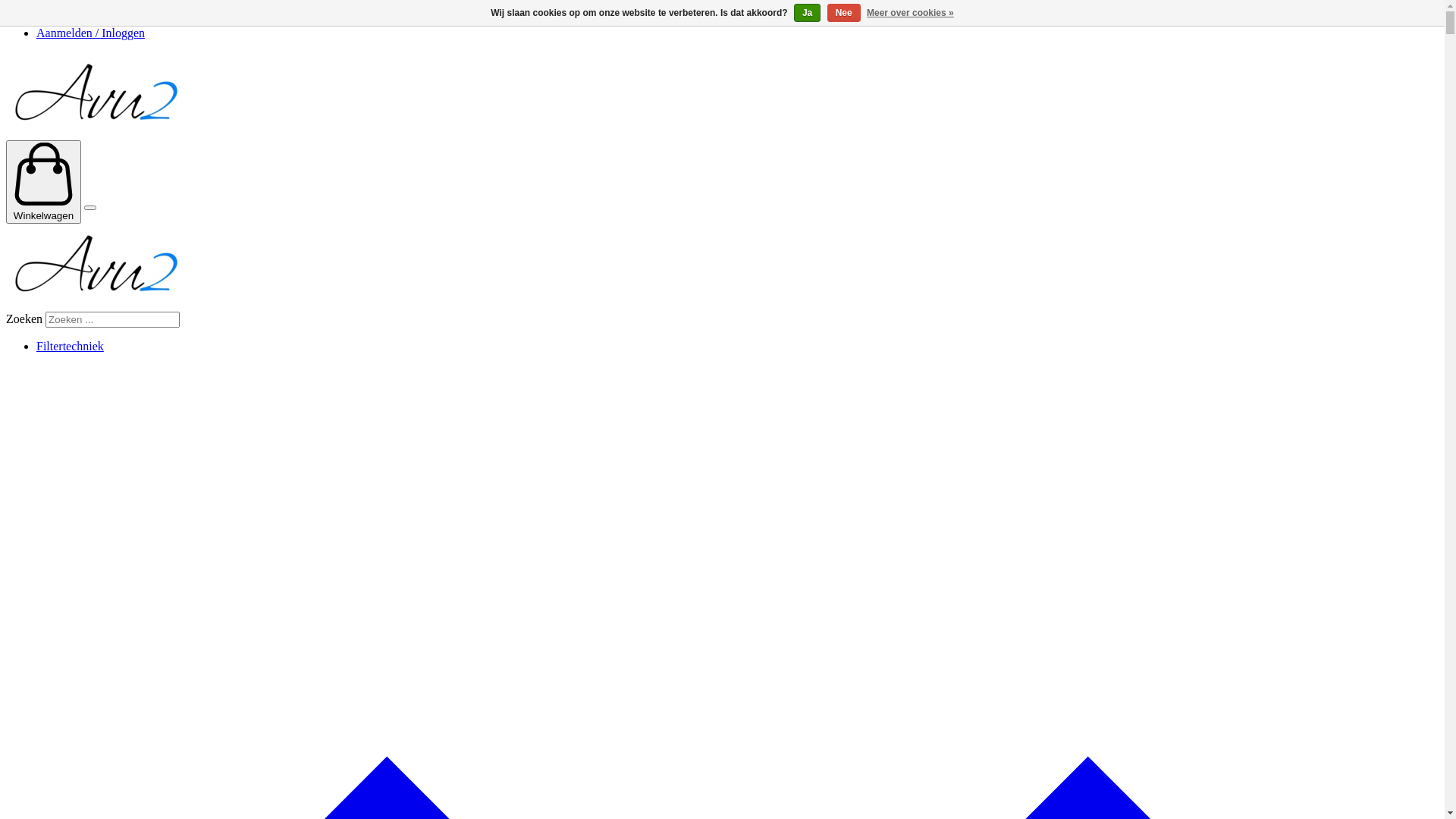  What do you see at coordinates (843, 12) in the screenshot?
I see `'Nee'` at bounding box center [843, 12].